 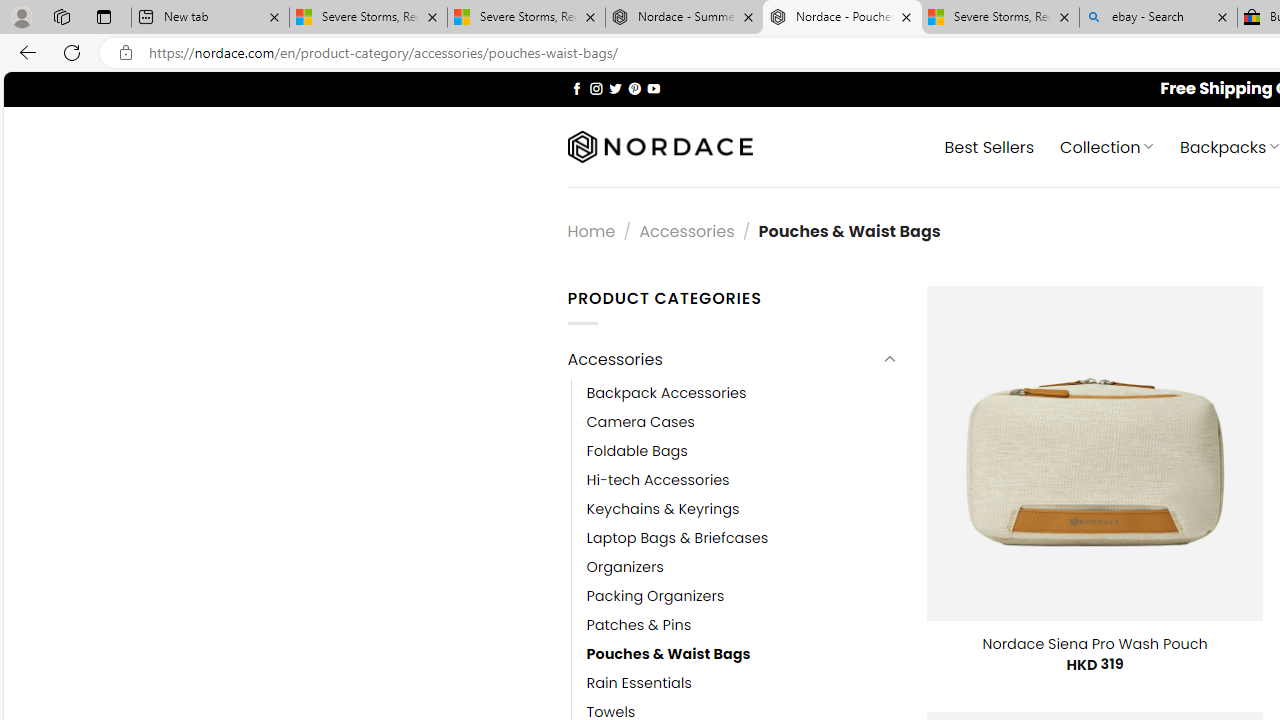 What do you see at coordinates (657, 480) in the screenshot?
I see `'Hi-tech Accessories'` at bounding box center [657, 480].